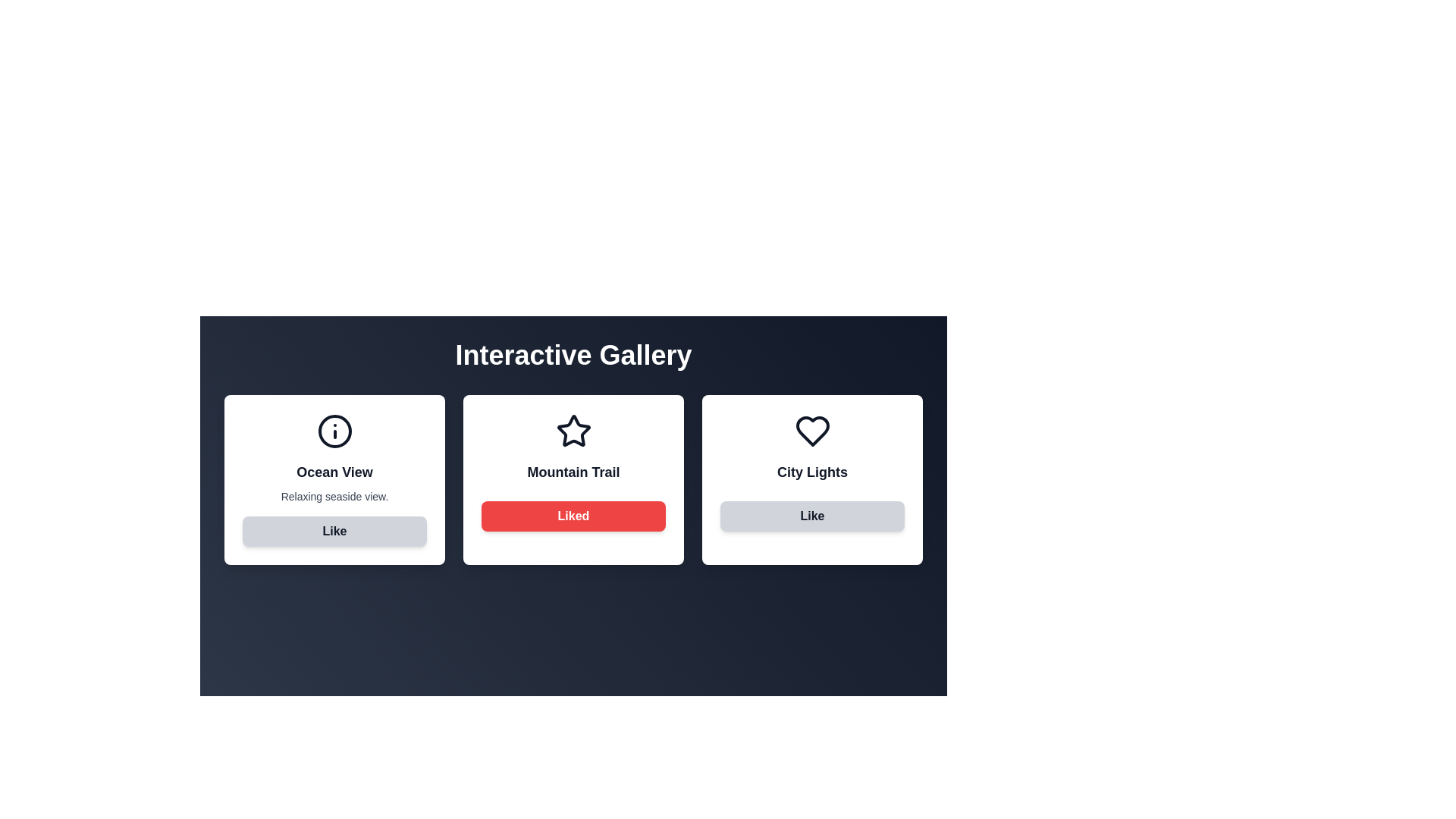 The height and width of the screenshot is (819, 1456). I want to click on the star-shaped icon with a hollow center located at the top-center of the 'Mountain Trail' card, which is the middle card in a horizontal alignment of three cards under the 'Interactive Gallery' header, so click(573, 431).